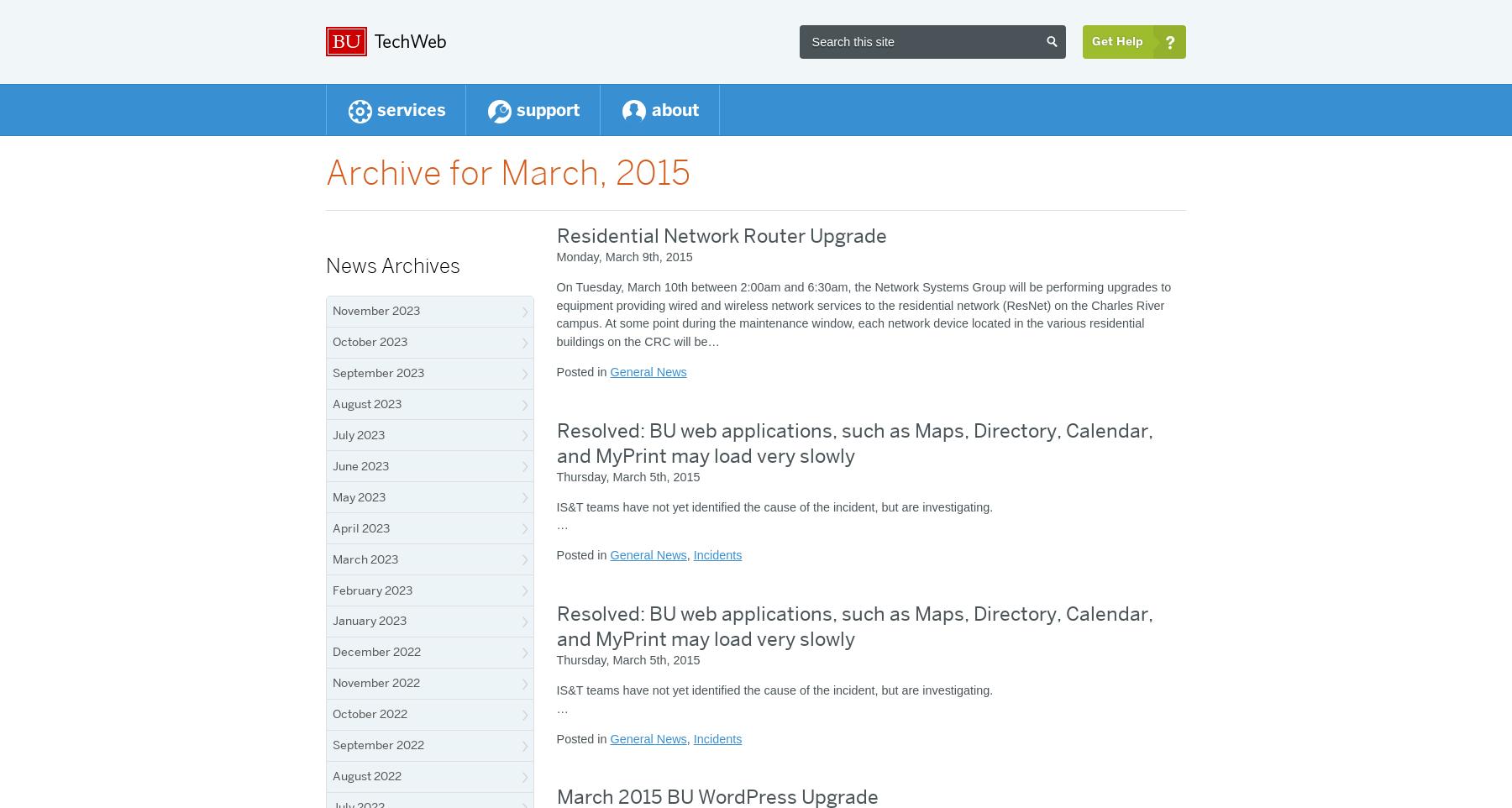 The width and height of the screenshot is (1512, 808). What do you see at coordinates (378, 743) in the screenshot?
I see `'September 2022'` at bounding box center [378, 743].